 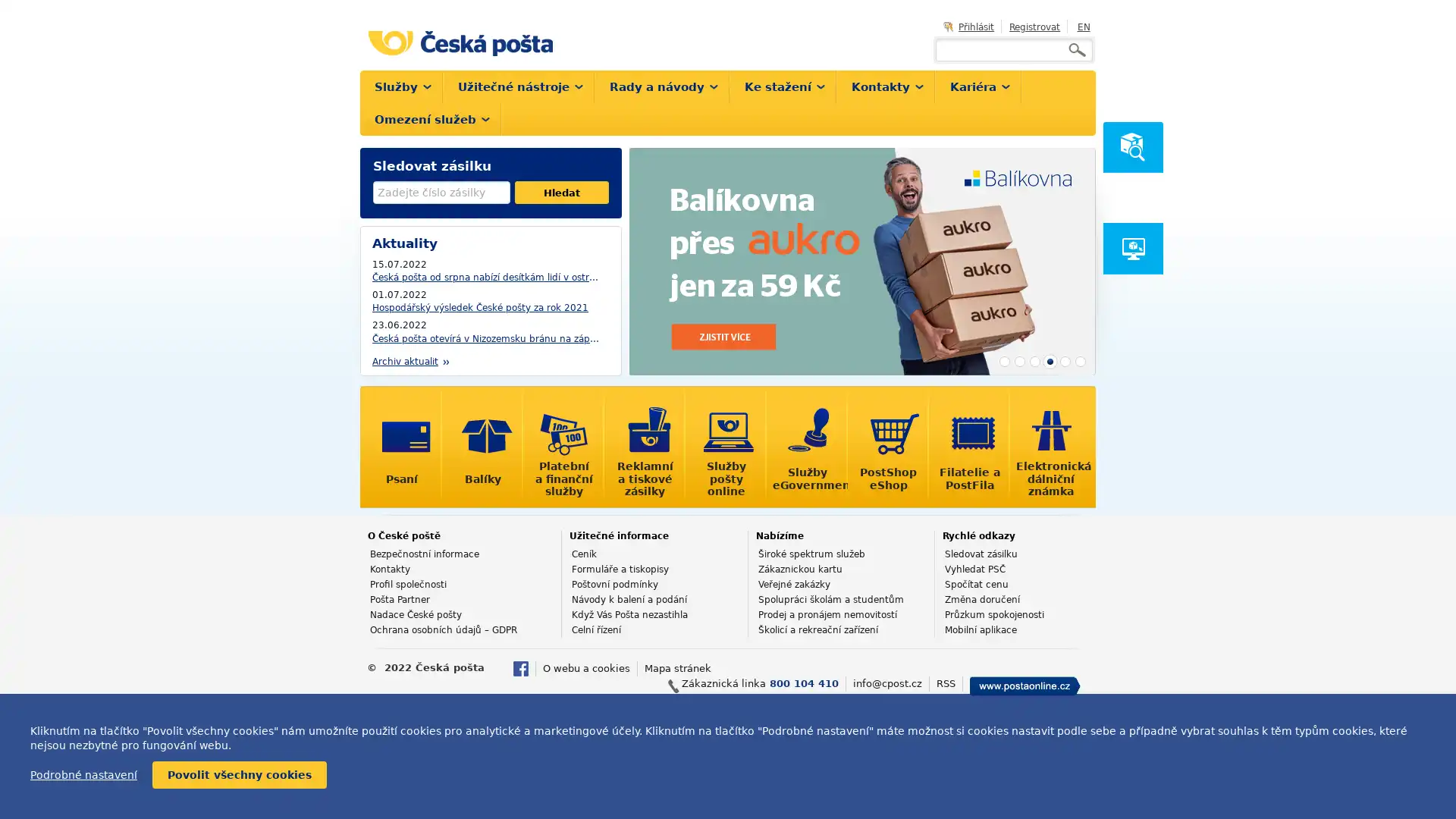 What do you see at coordinates (239, 775) in the screenshot?
I see `Povolit vsechny cookies` at bounding box center [239, 775].